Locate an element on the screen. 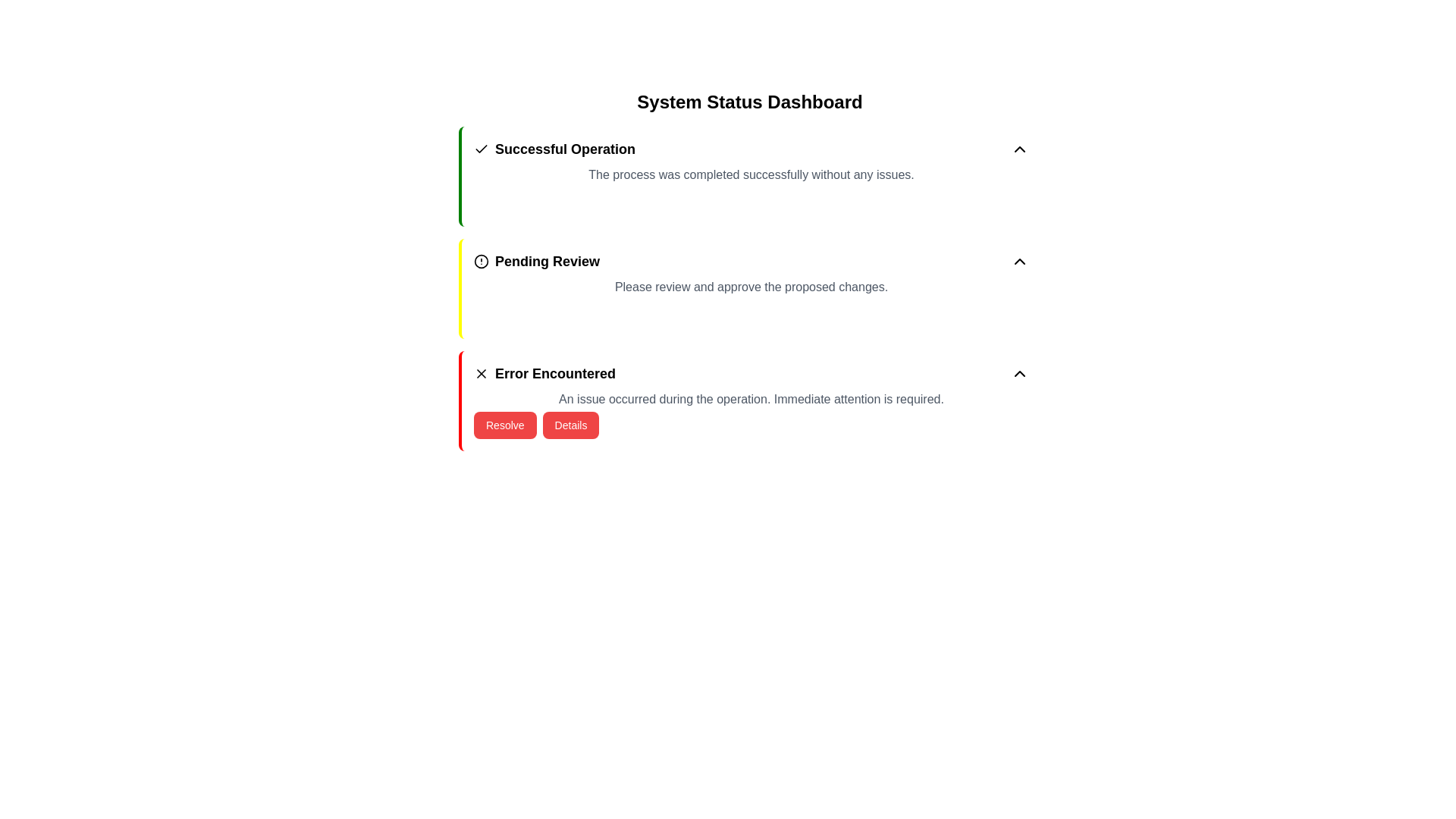 The image size is (1456, 819). the second button is located at coordinates (570, 425).